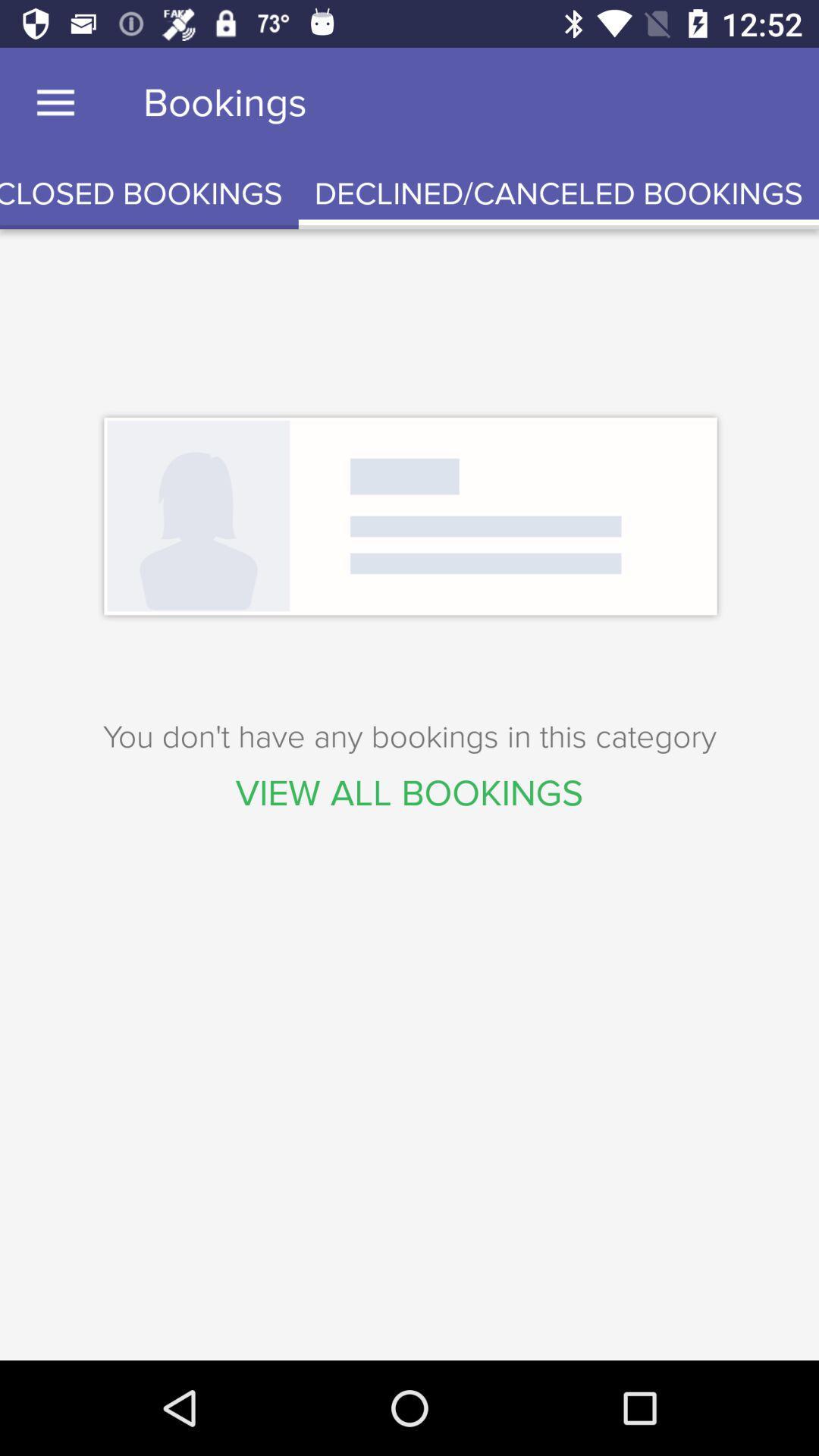  I want to click on view all bookings icon, so click(409, 792).